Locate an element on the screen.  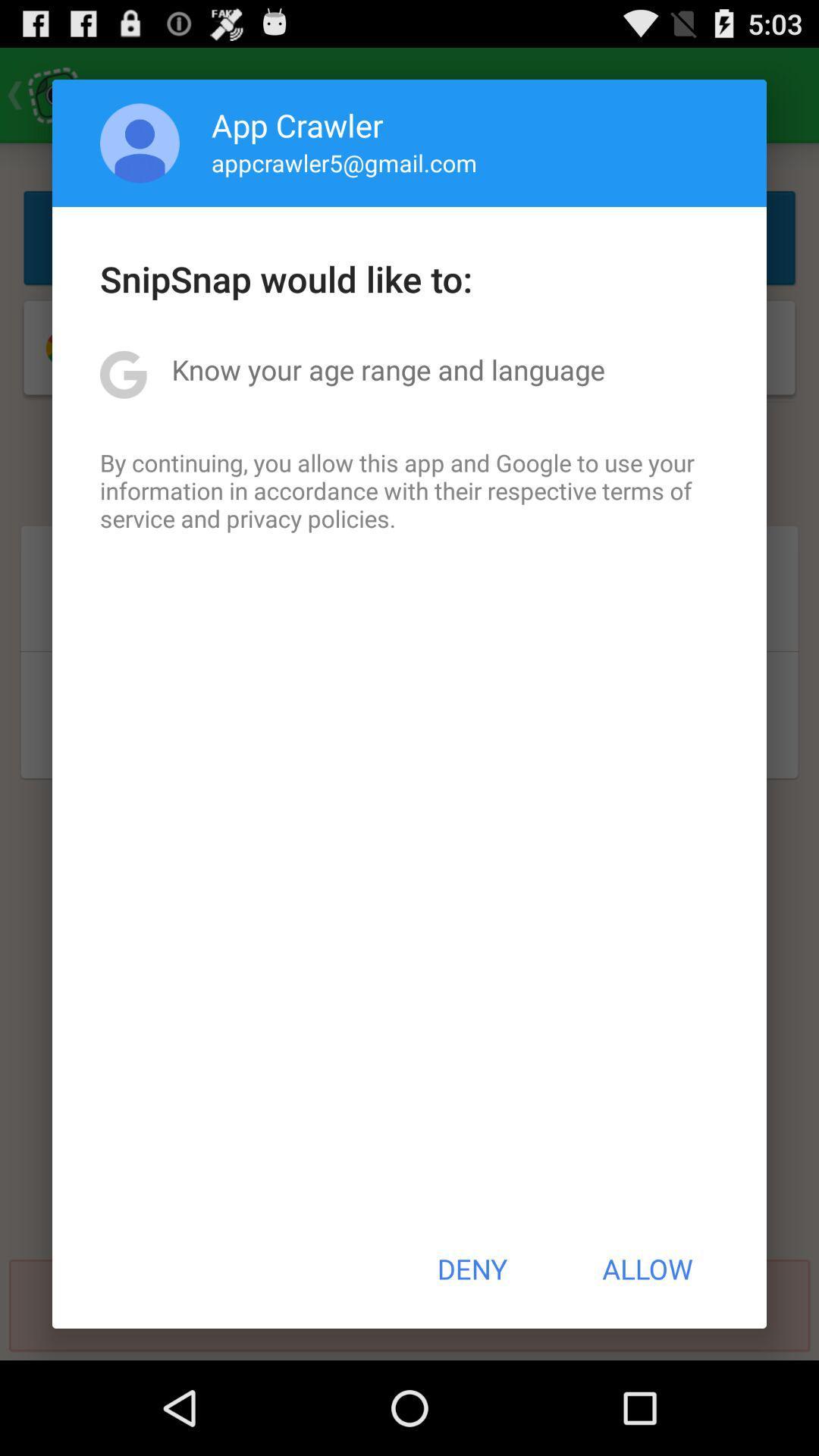
icon to the left of allow item is located at coordinates (471, 1269).